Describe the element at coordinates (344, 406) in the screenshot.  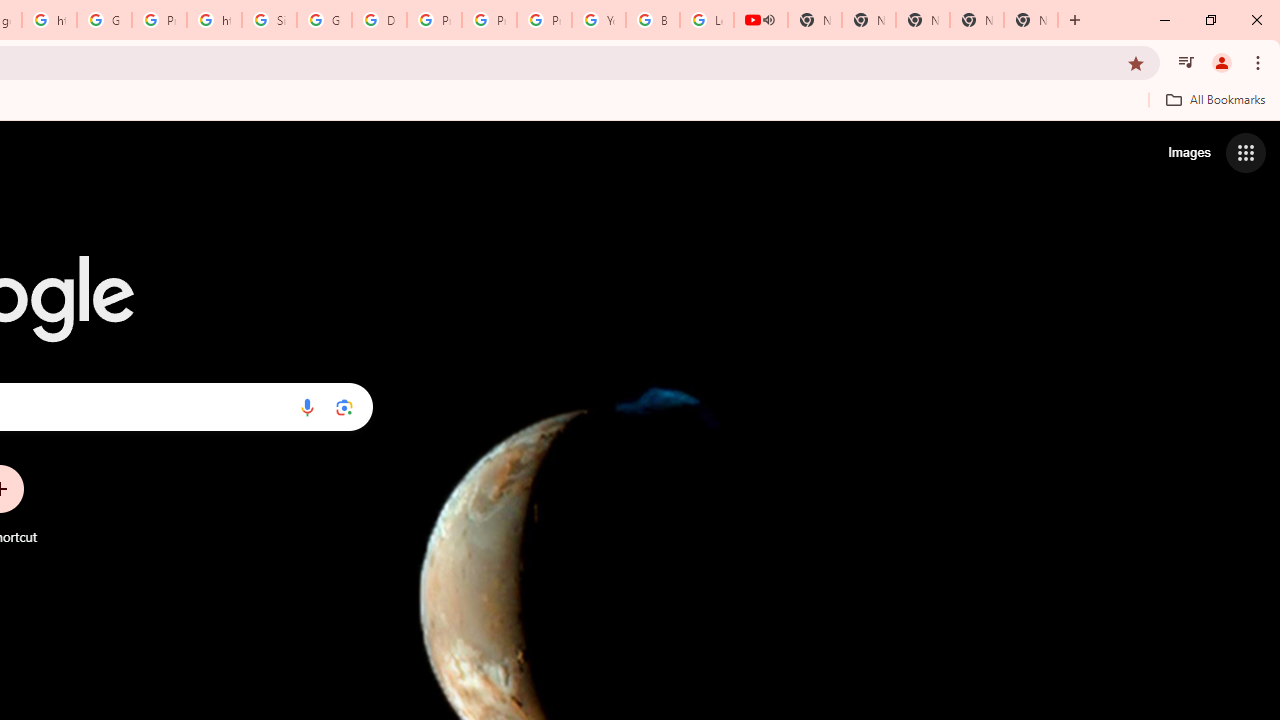
I see `'Search by image'` at that location.